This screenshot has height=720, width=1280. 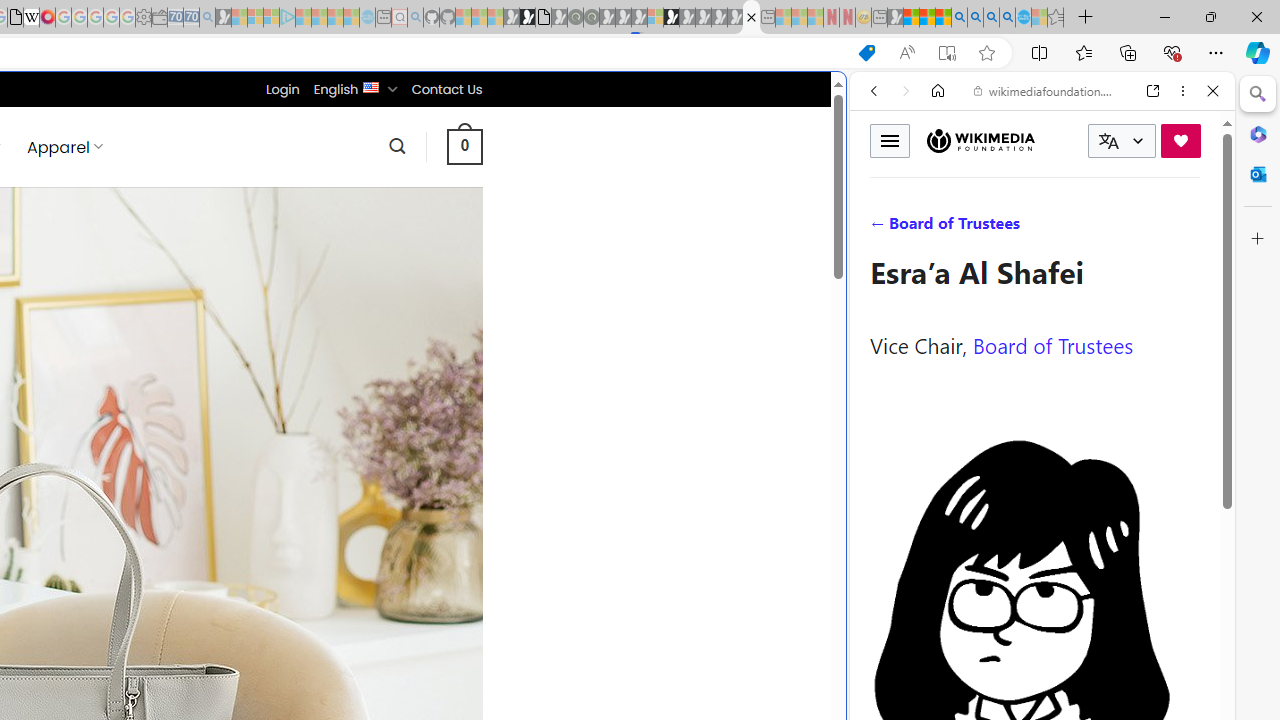 I want to click on 'MSN - Sleeping', so click(x=894, y=17).